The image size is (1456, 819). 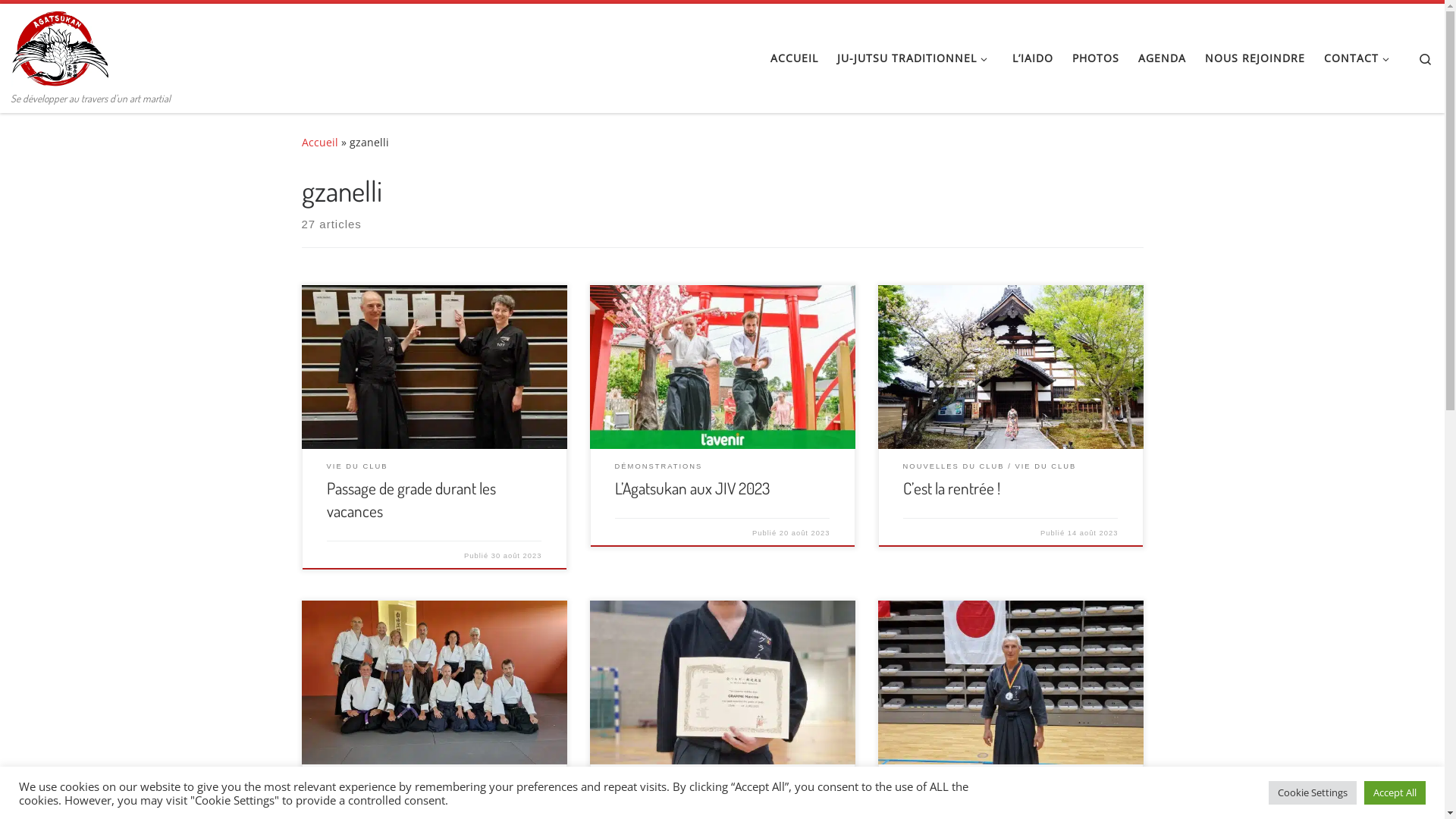 I want to click on 'Search', so click(x=1424, y=57).